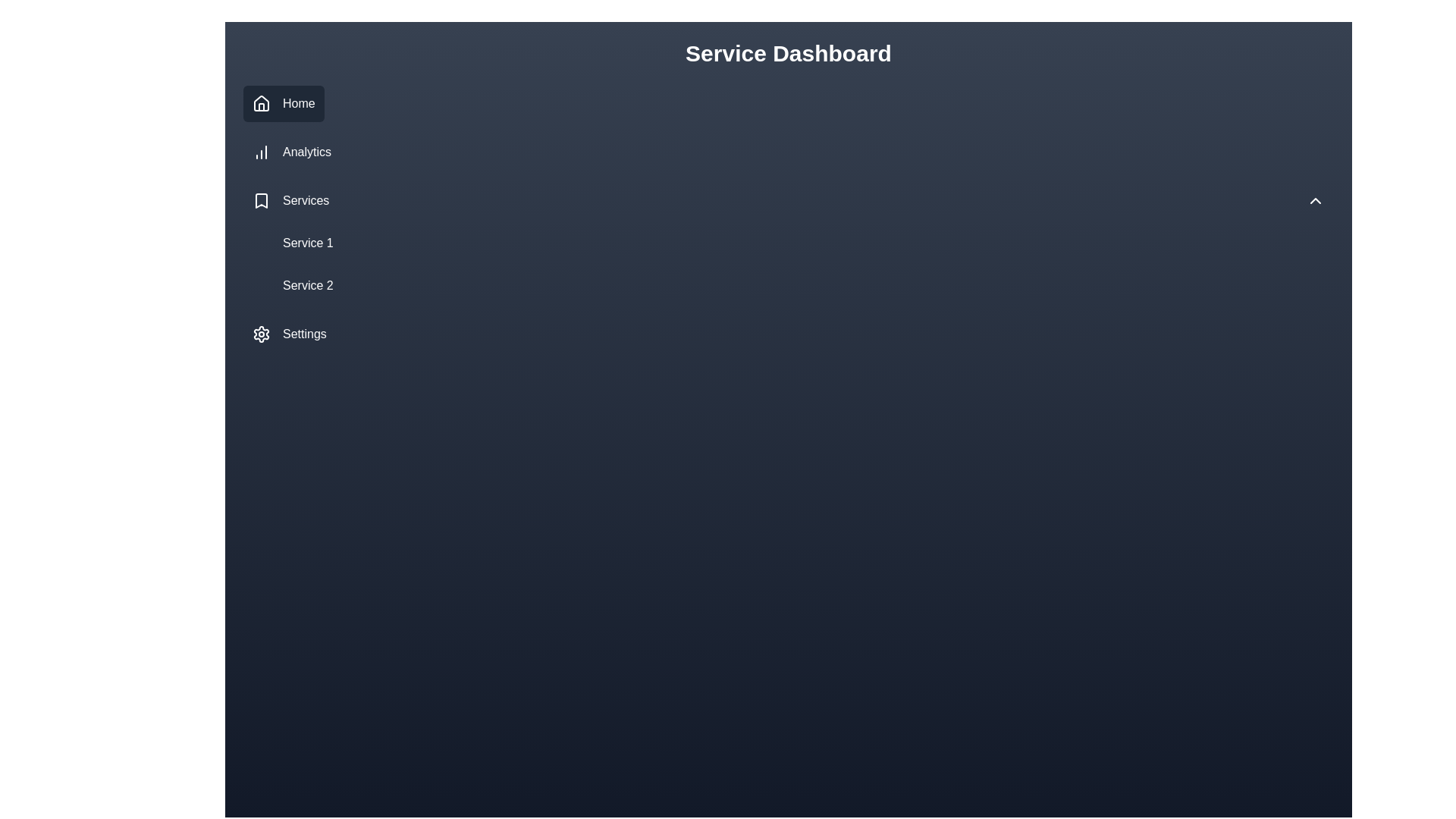  What do you see at coordinates (262, 200) in the screenshot?
I see `the 'Services' icon in the navigation menu` at bounding box center [262, 200].